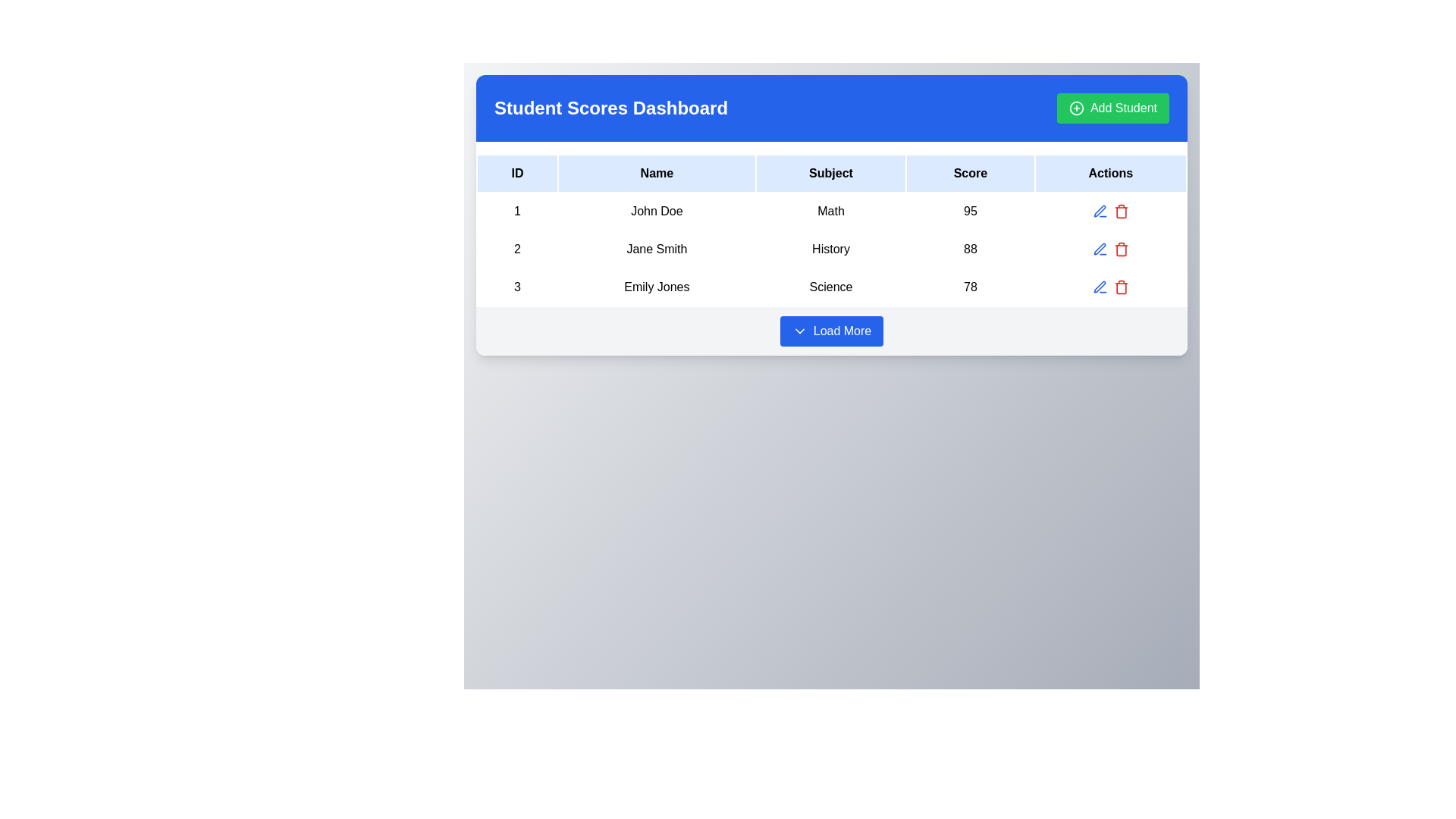 The image size is (1456, 819). What do you see at coordinates (517, 172) in the screenshot?
I see `the Table Header Cell indicating IDs of entries, which is located in the top-left corner of the header row of the table` at bounding box center [517, 172].